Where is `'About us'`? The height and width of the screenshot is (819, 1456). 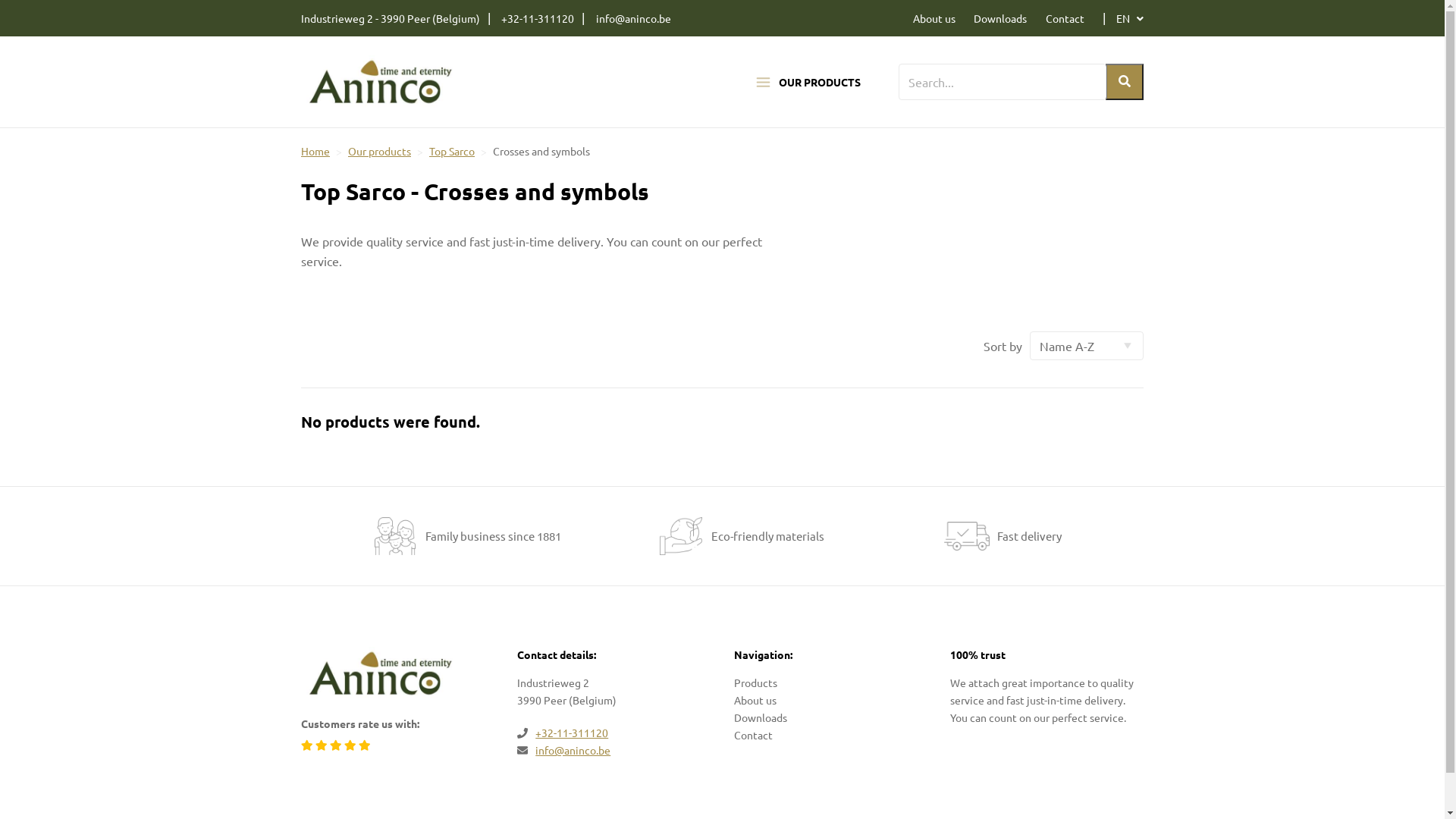 'About us' is located at coordinates (934, 17).